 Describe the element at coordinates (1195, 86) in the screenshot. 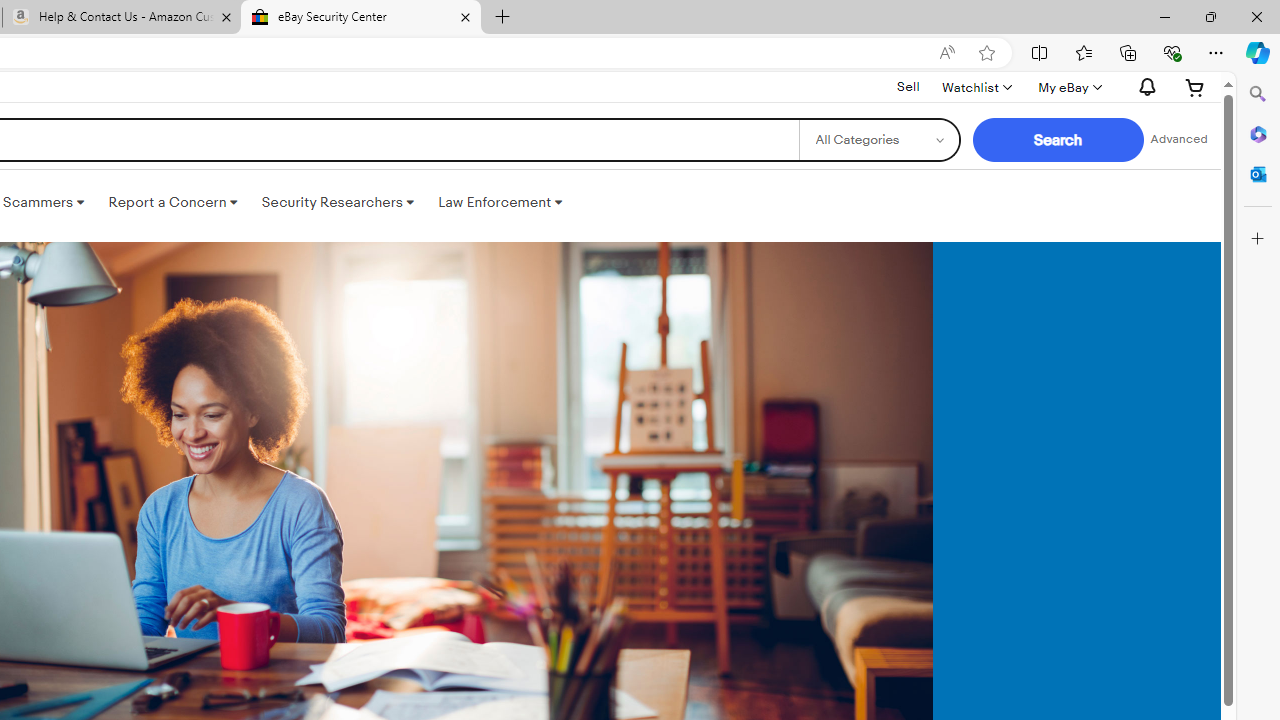

I see `'Expand Cart'` at that location.